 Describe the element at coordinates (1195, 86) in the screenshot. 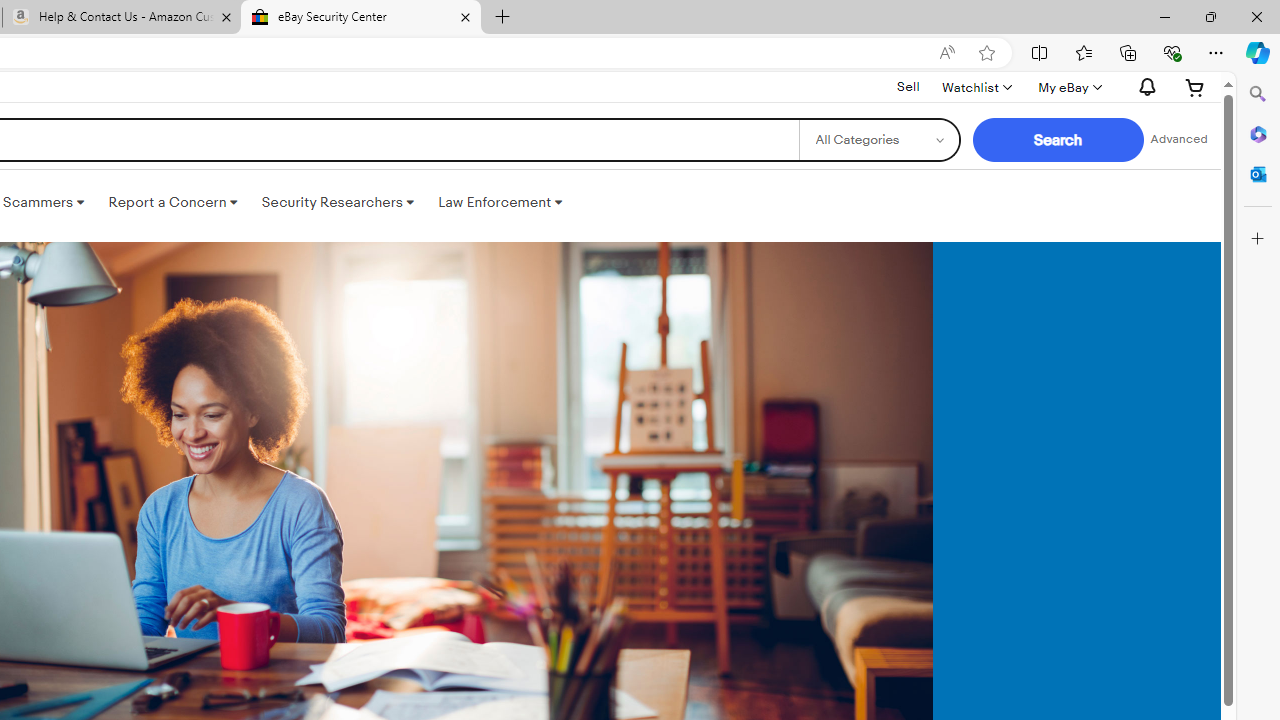

I see `'Expand Cart'` at that location.